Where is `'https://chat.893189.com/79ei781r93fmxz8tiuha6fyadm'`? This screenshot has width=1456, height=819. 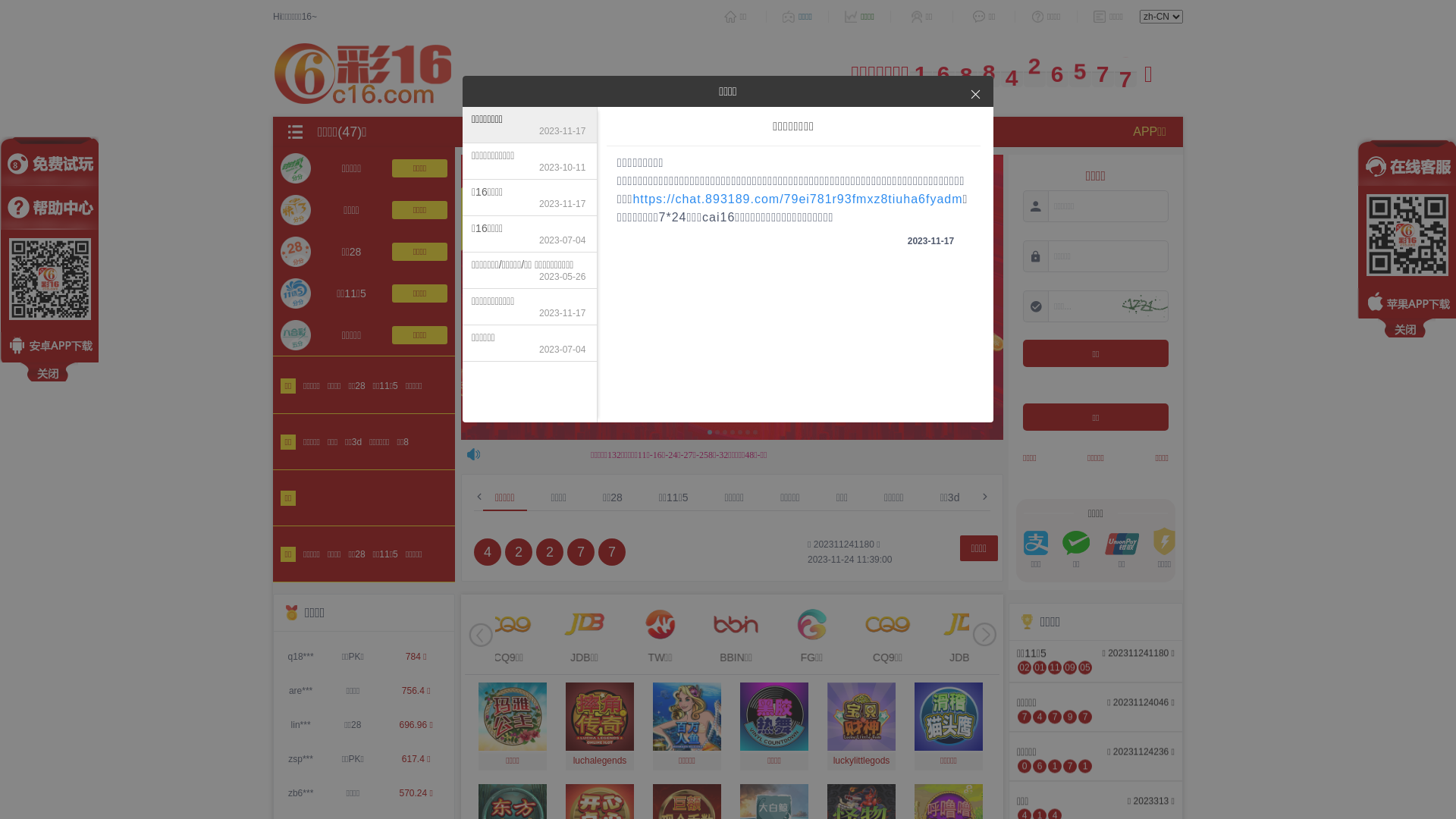
'https://chat.893189.com/79ei781r93fmxz8tiuha6fyadm' is located at coordinates (796, 198).